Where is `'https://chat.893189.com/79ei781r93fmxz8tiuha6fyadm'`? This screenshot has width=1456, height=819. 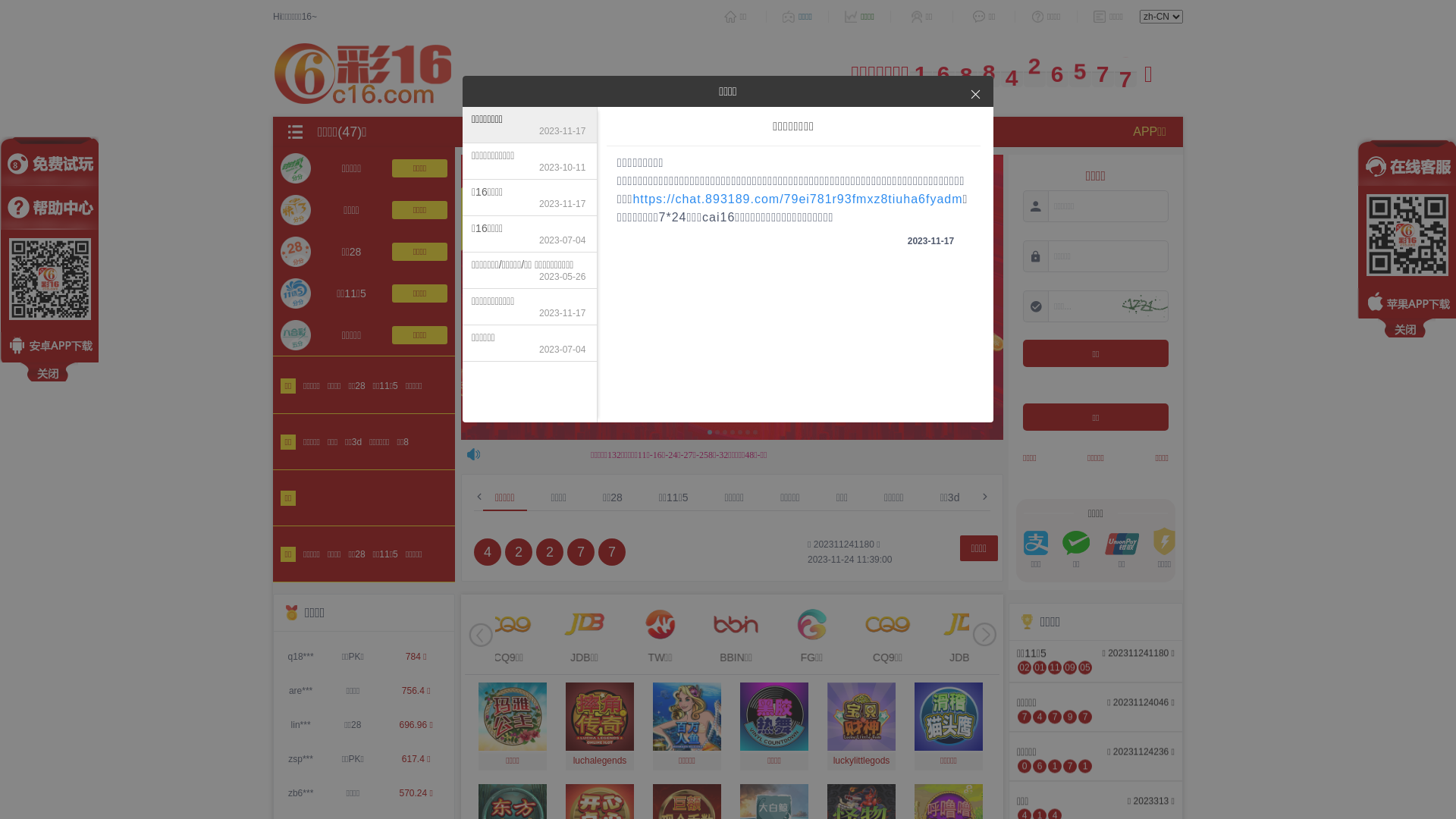
'https://chat.893189.com/79ei781r93fmxz8tiuha6fyadm' is located at coordinates (796, 198).